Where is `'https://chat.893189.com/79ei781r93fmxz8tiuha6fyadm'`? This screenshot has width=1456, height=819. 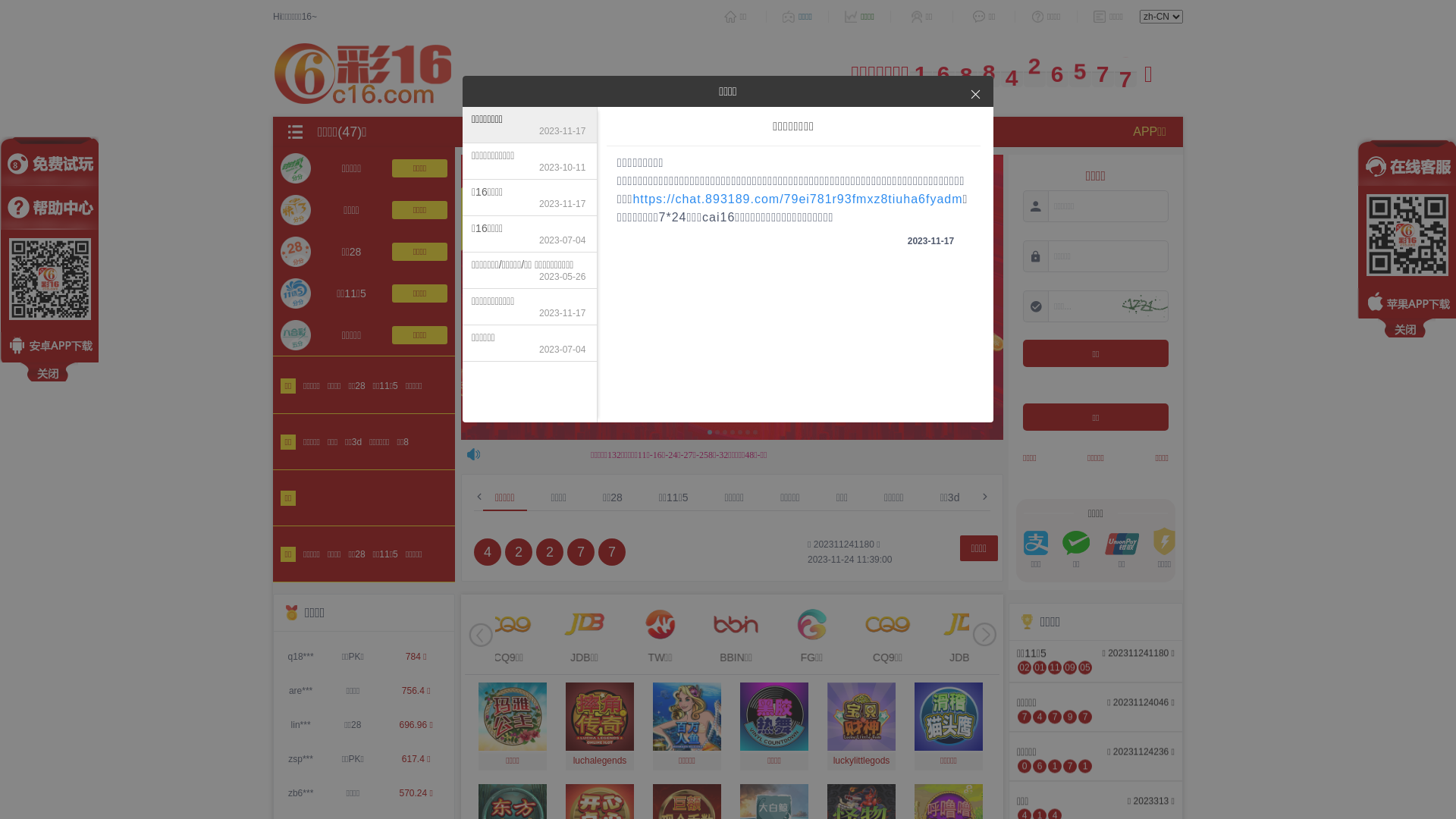
'https://chat.893189.com/79ei781r93fmxz8tiuha6fyadm' is located at coordinates (796, 198).